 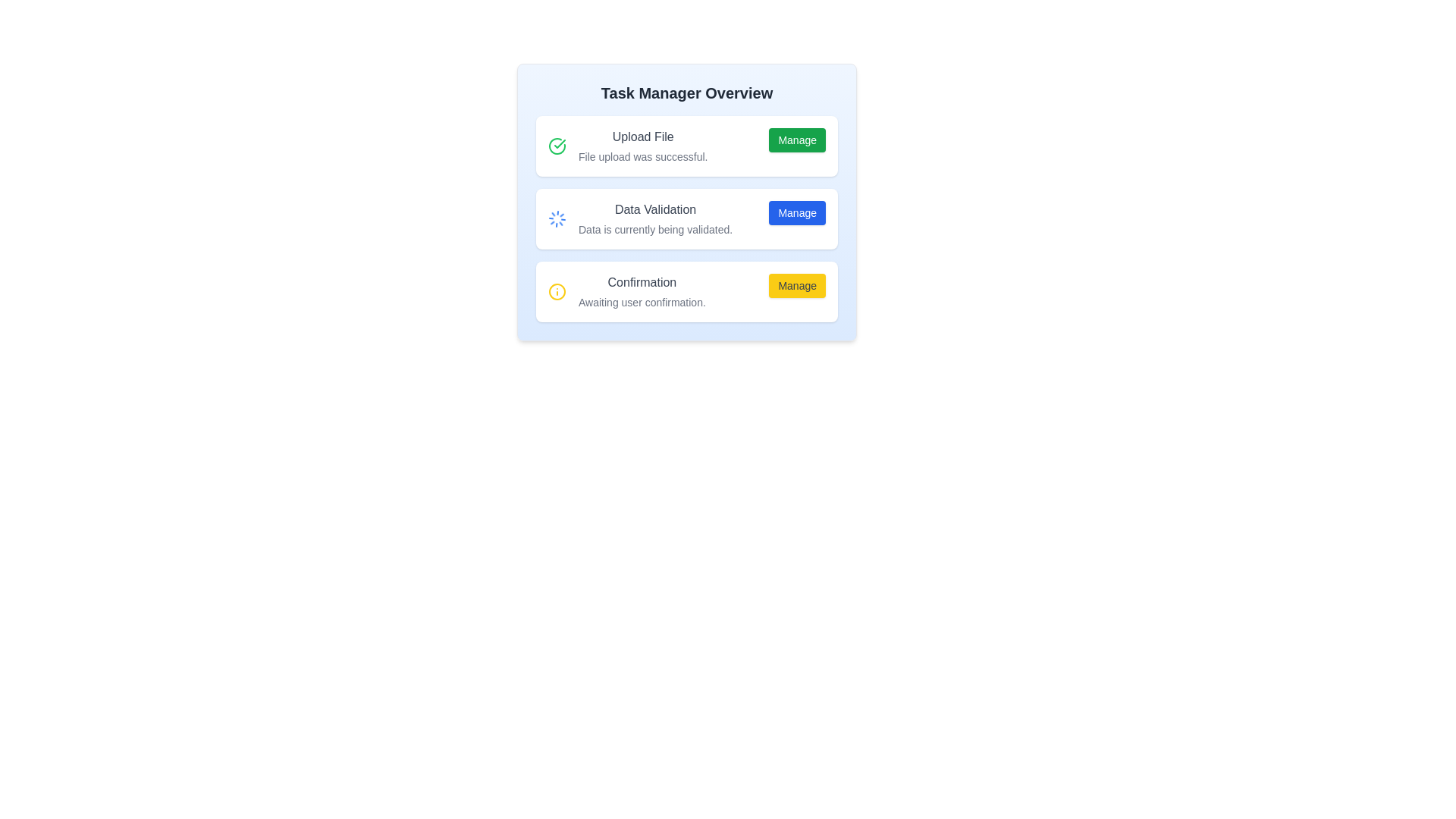 I want to click on the 'Manage' button, which has a green background, white text, and is located at the right end of the first row in the task management interface, so click(x=796, y=140).